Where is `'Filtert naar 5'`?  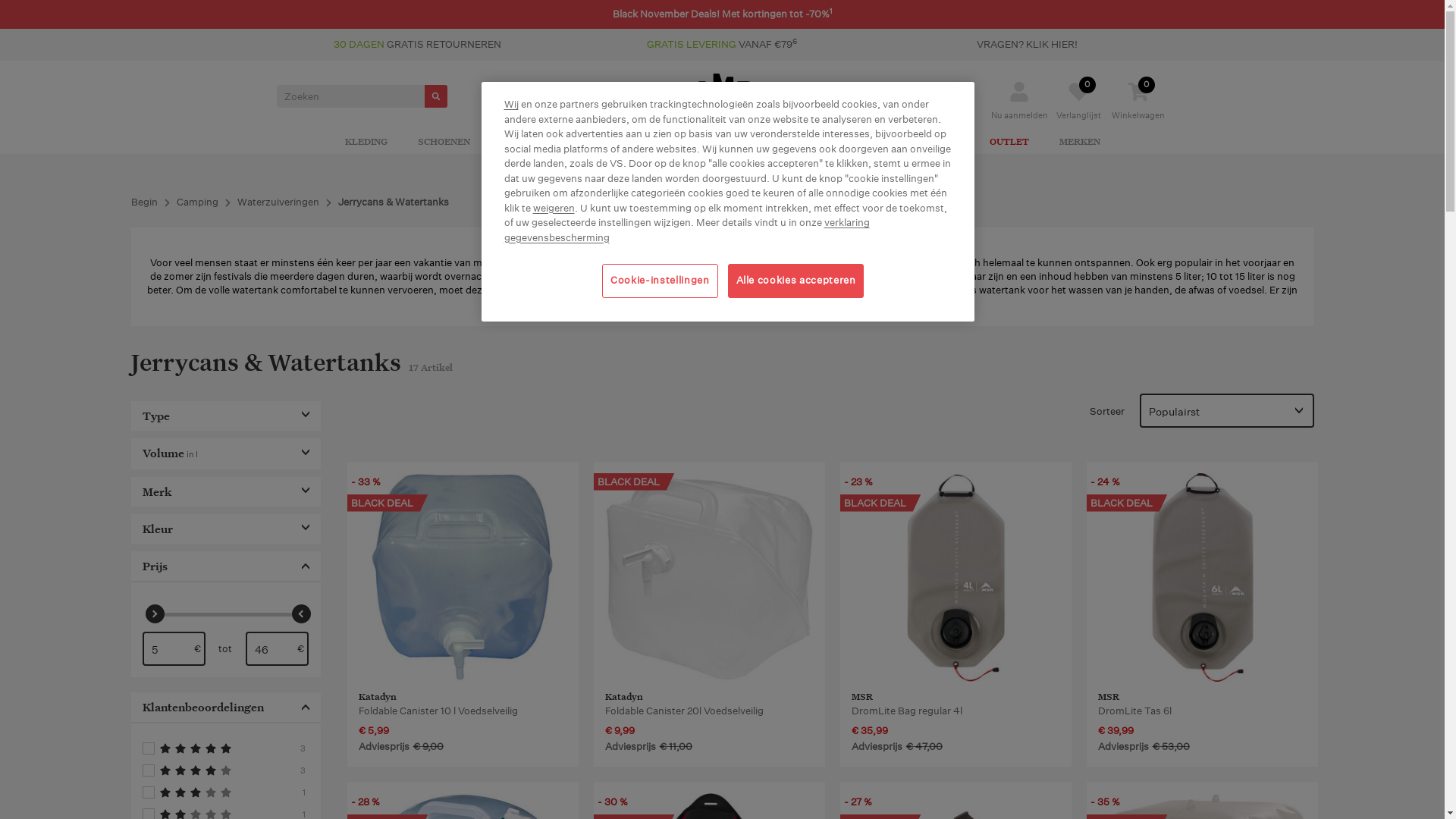
'Filtert naar 5' is located at coordinates (142, 748).